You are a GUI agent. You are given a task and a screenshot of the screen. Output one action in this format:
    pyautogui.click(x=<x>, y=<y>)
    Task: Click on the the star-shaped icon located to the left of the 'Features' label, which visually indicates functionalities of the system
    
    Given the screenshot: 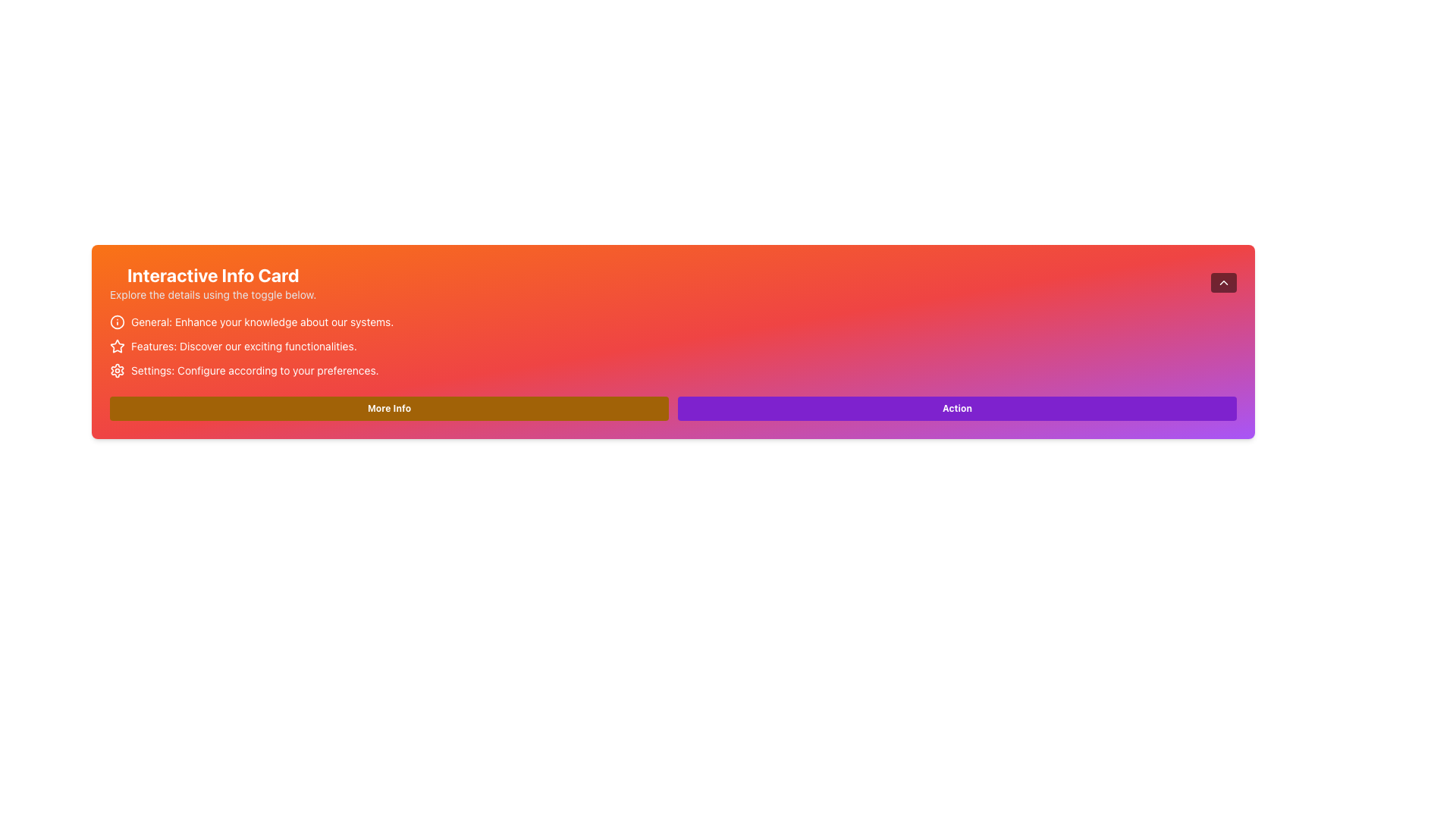 What is the action you would take?
    pyautogui.click(x=116, y=346)
    